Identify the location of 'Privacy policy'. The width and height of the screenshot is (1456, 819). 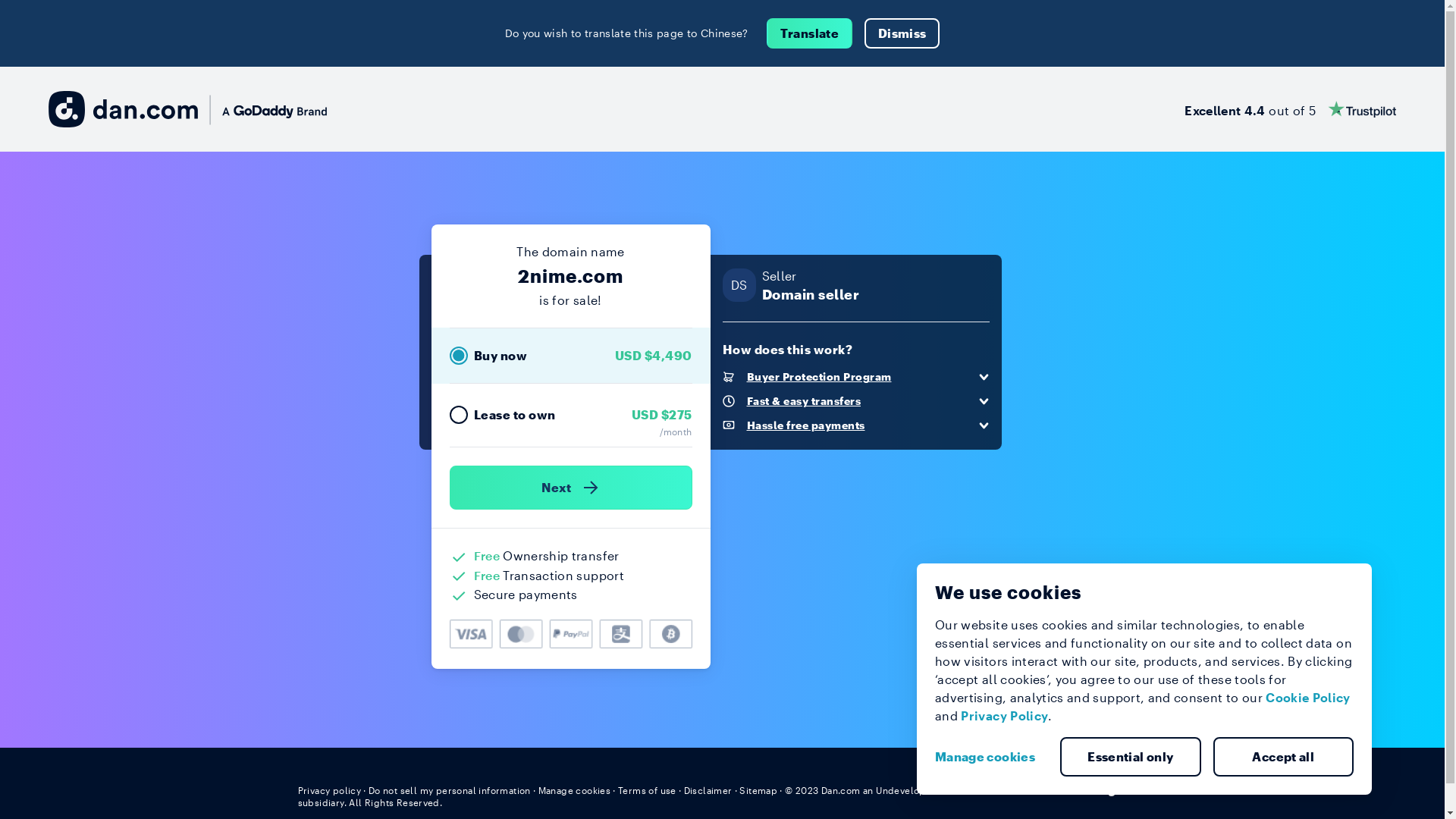
(328, 789).